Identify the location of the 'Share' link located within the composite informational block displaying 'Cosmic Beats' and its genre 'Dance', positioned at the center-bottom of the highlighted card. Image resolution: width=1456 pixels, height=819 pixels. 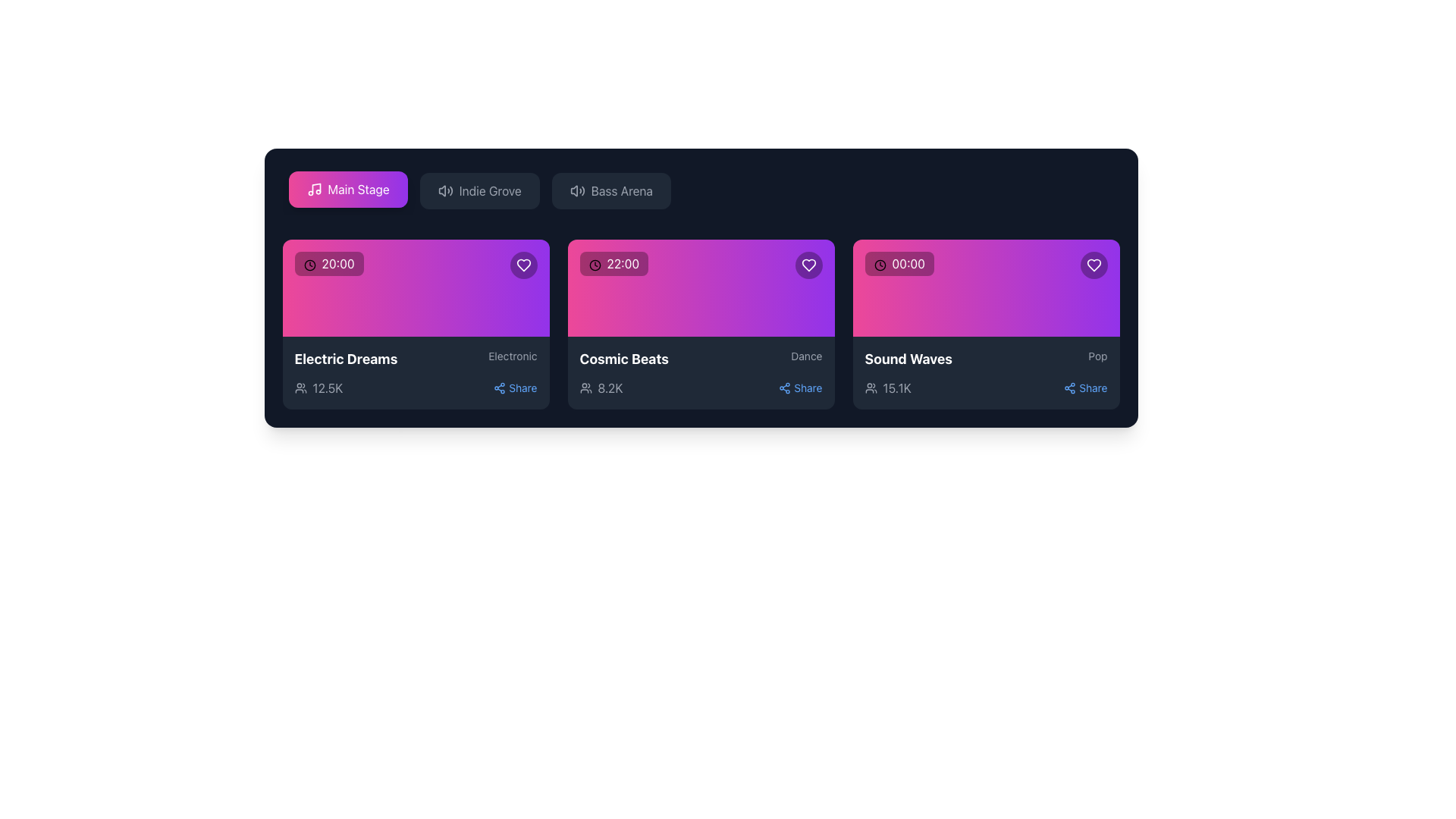
(700, 373).